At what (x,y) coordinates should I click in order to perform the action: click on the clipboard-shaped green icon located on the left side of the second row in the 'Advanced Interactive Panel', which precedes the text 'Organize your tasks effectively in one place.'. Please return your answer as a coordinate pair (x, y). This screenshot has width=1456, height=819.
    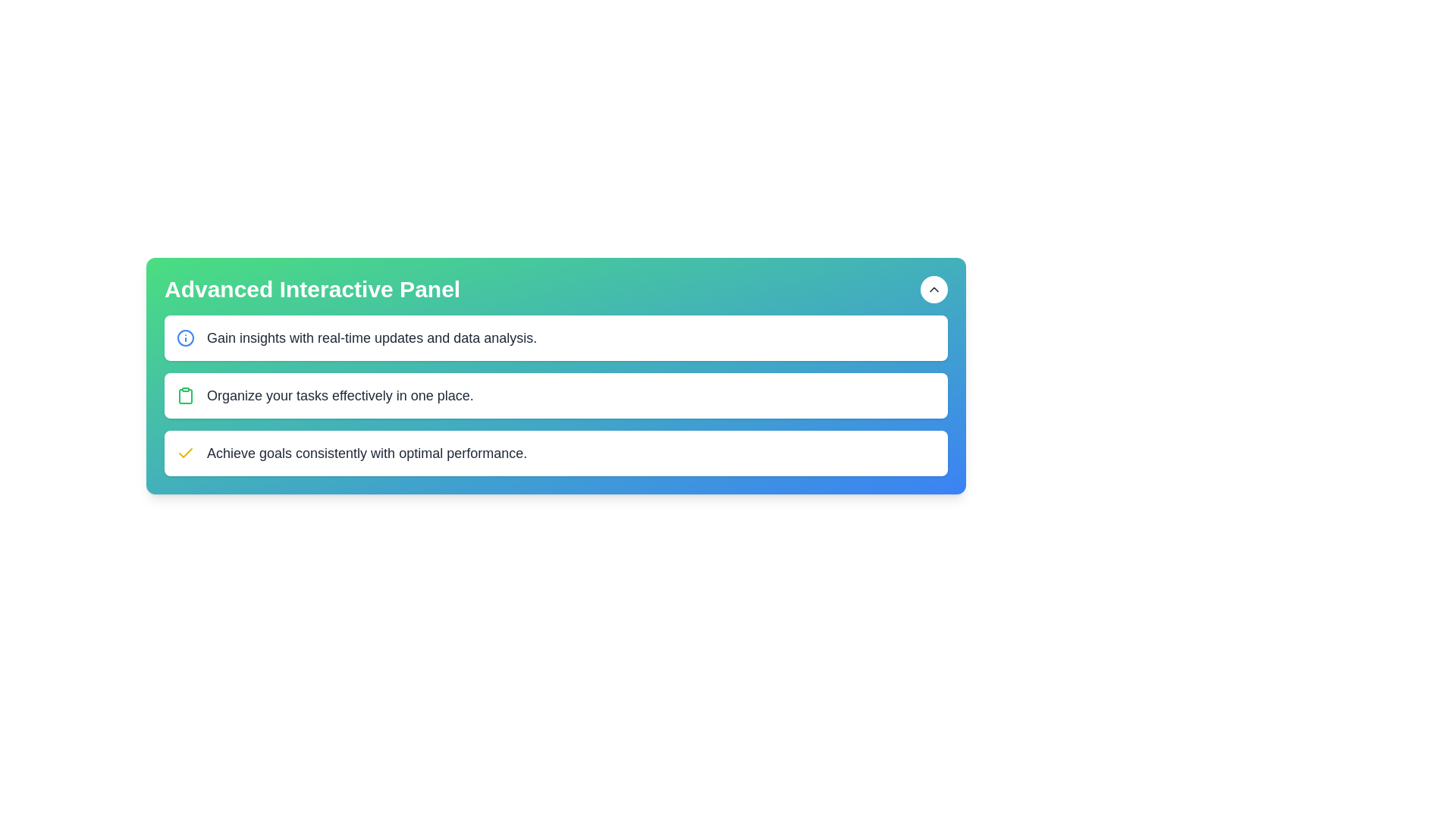
    Looking at the image, I should click on (184, 394).